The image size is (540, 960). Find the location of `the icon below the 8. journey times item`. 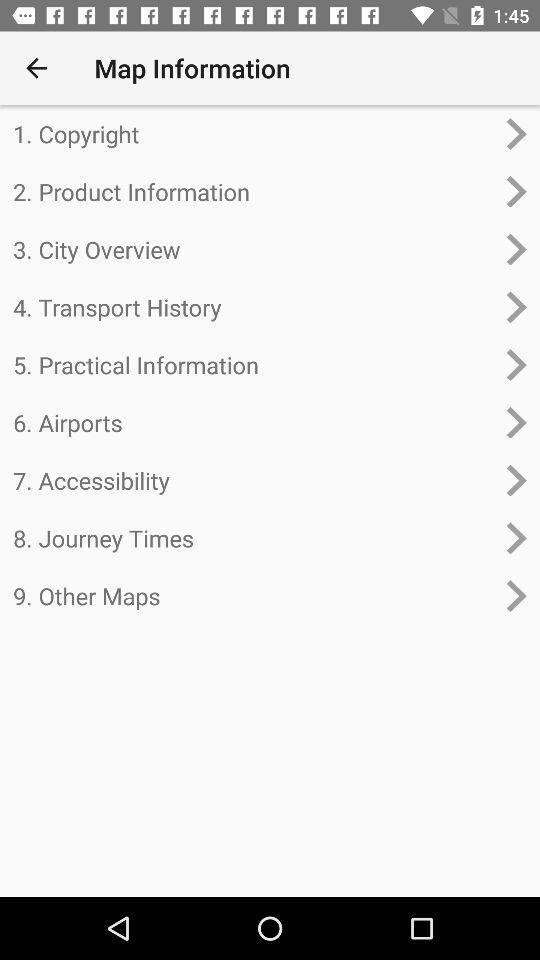

the icon below the 8. journey times item is located at coordinates (253, 596).